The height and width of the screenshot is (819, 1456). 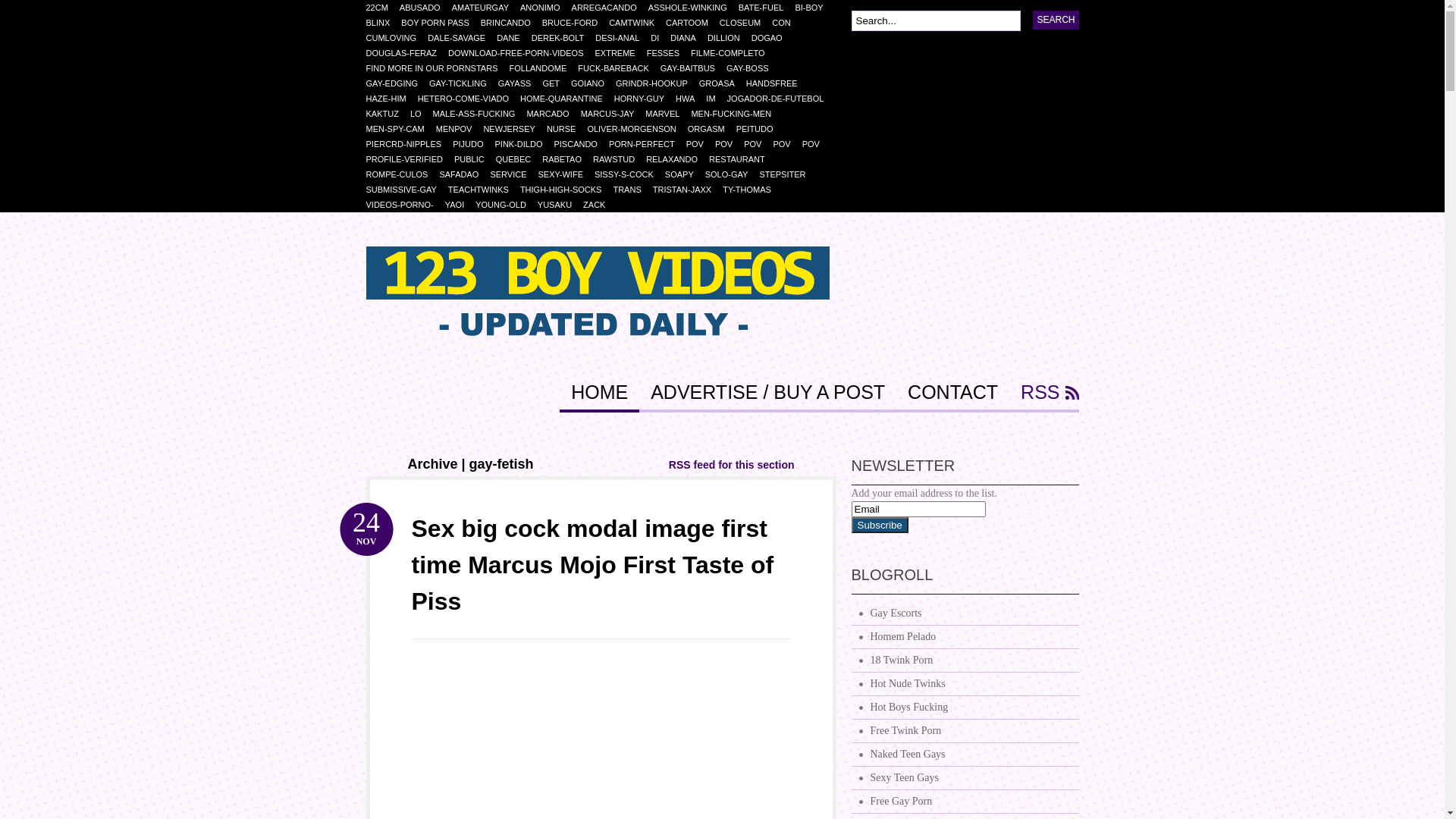 I want to click on 'ROMPE-CULOS', so click(x=402, y=174).